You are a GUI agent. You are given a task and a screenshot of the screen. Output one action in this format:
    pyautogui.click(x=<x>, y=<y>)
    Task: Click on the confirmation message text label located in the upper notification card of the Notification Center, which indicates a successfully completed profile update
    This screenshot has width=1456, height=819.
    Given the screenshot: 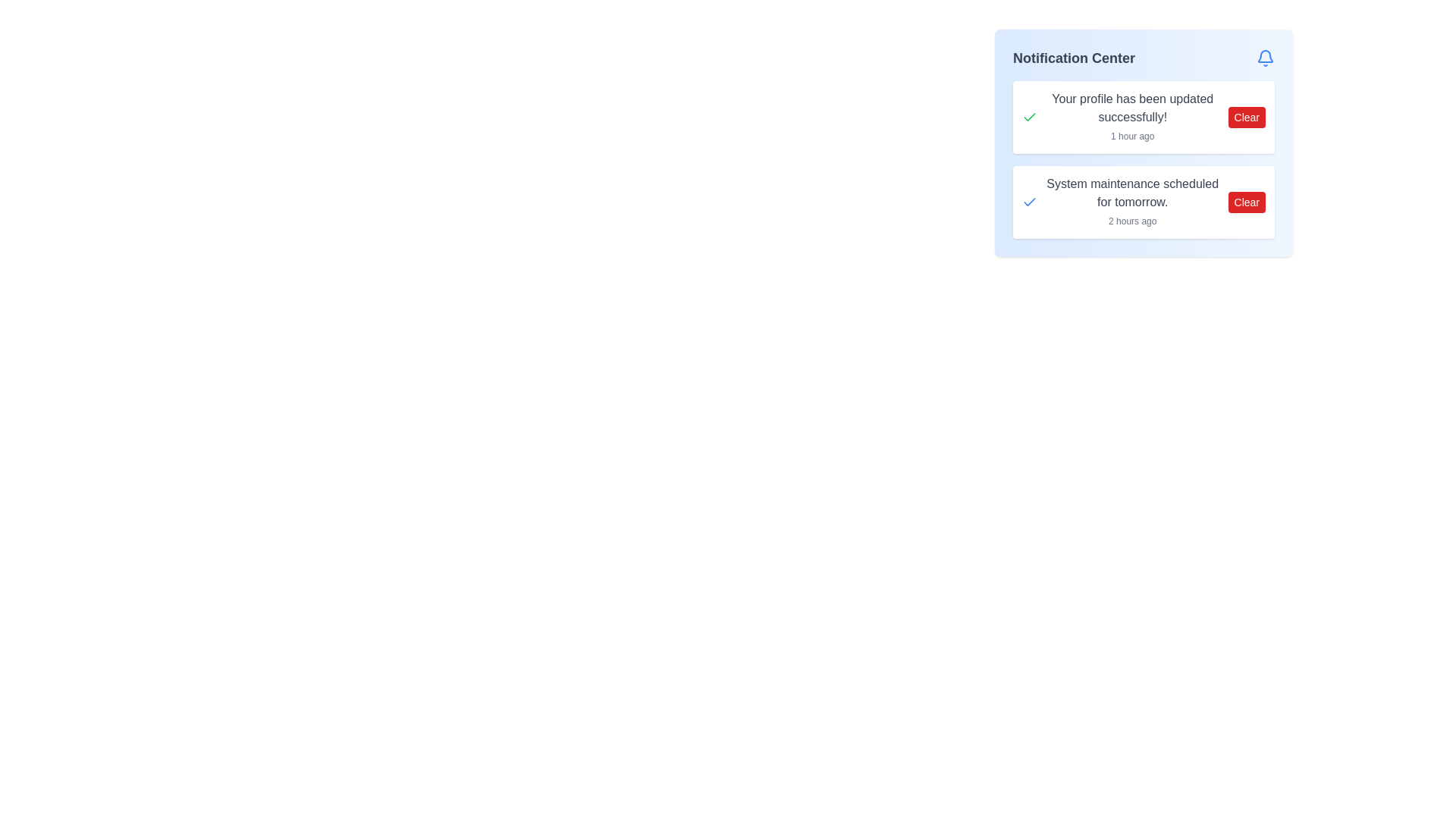 What is the action you would take?
    pyautogui.click(x=1132, y=107)
    